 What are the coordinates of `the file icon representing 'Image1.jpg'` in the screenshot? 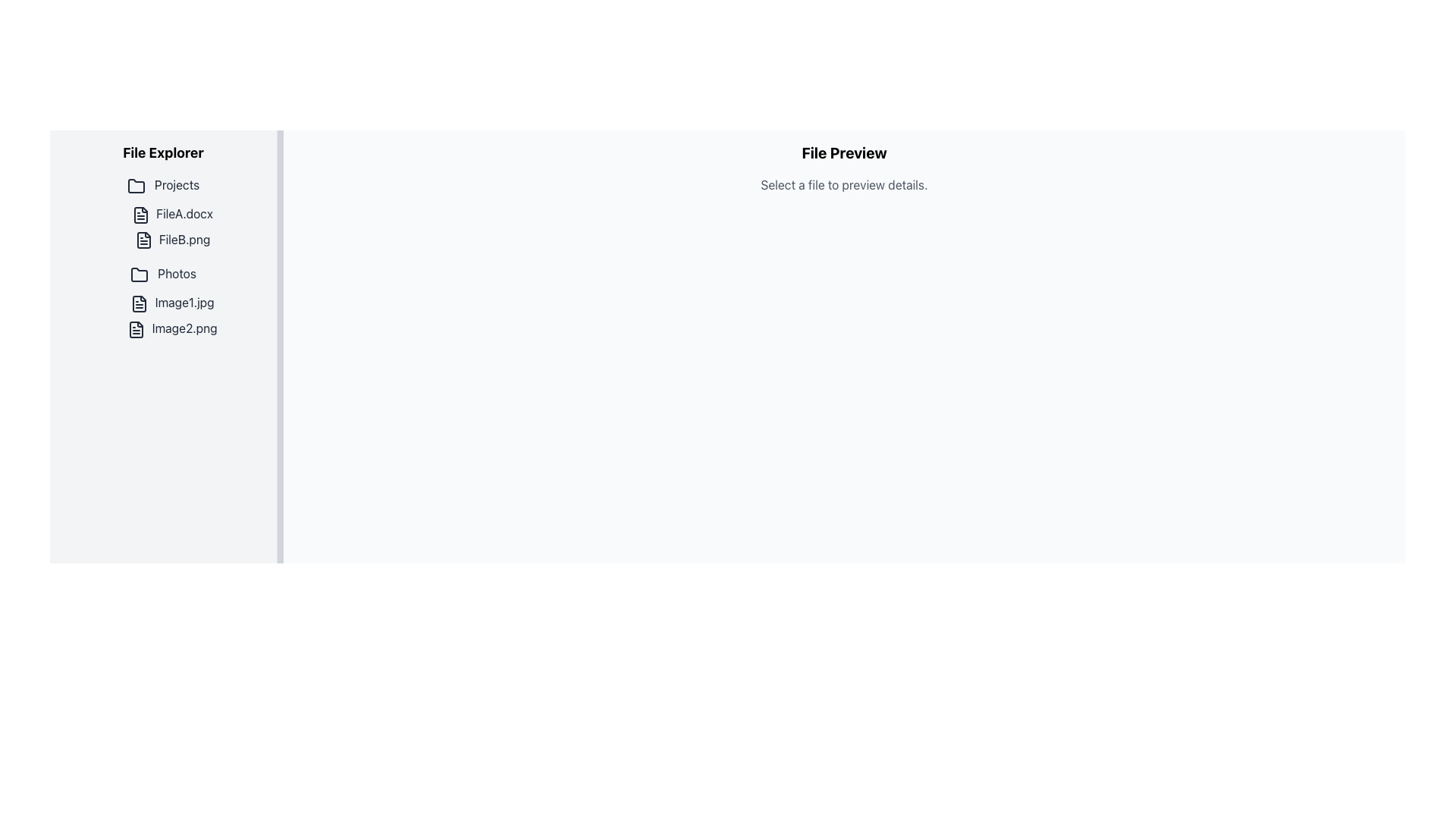 It's located at (140, 303).